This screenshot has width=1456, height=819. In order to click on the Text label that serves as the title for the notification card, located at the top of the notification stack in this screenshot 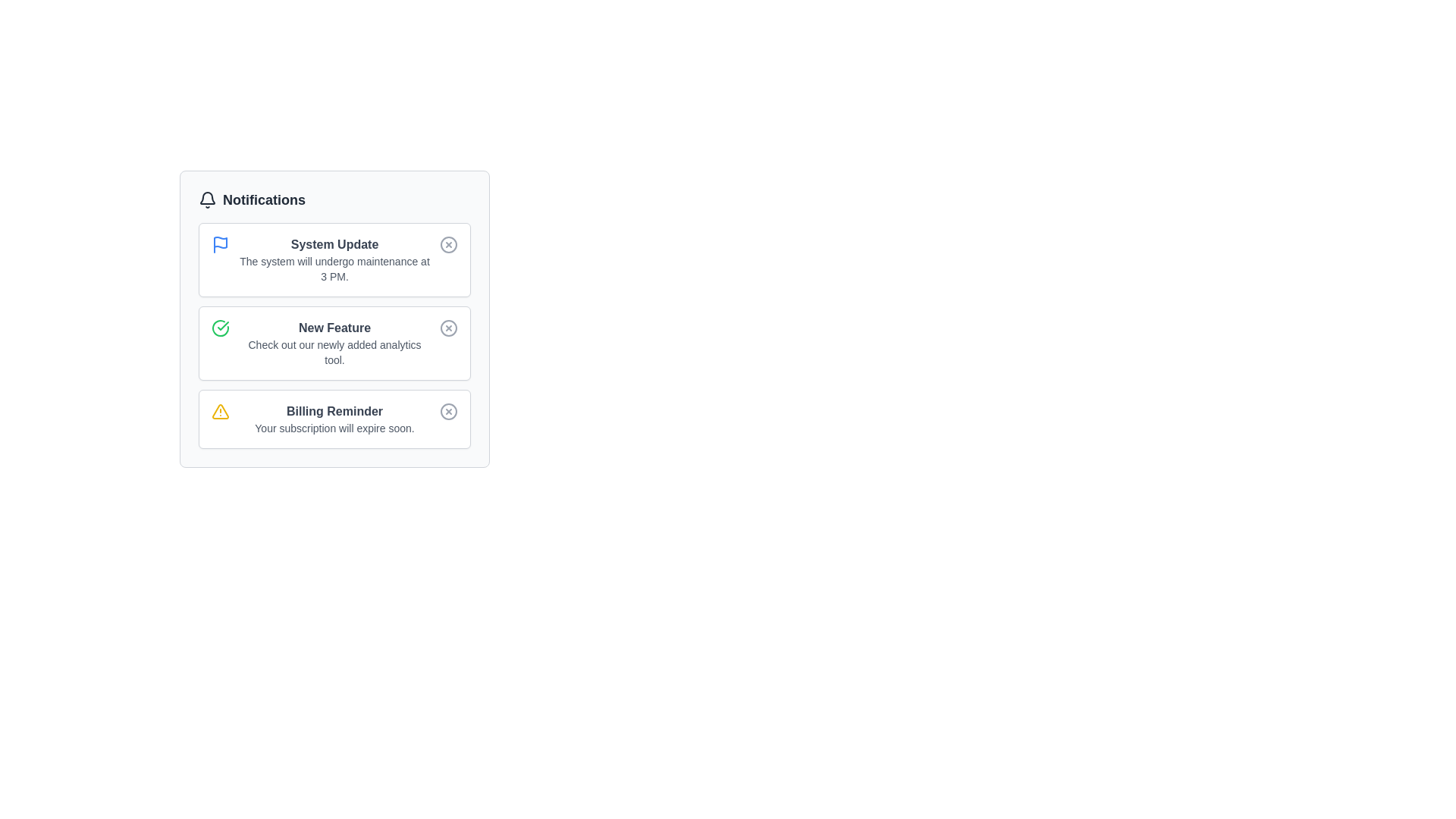, I will do `click(334, 244)`.